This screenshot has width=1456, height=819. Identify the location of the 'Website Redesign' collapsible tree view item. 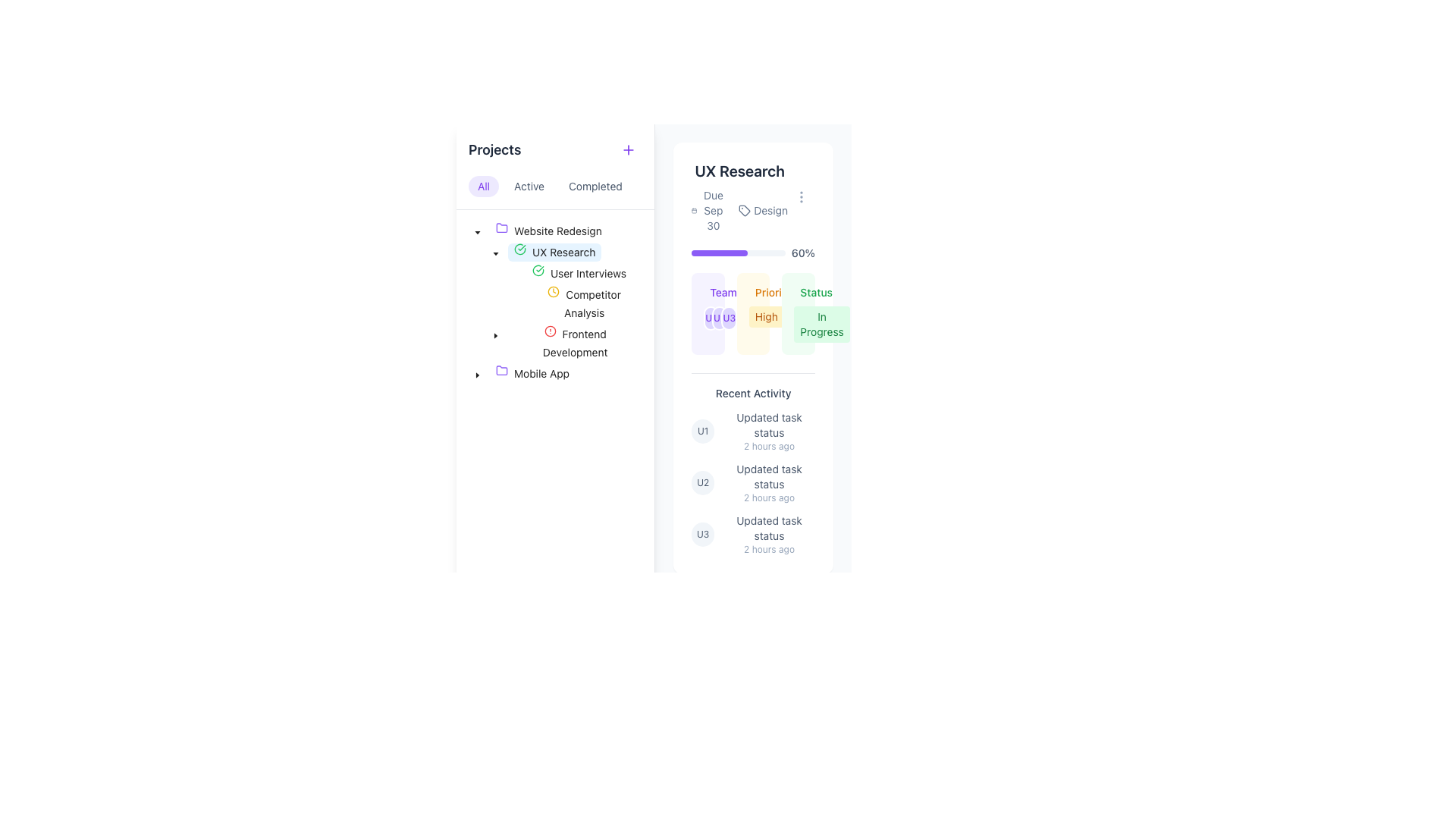
(538, 231).